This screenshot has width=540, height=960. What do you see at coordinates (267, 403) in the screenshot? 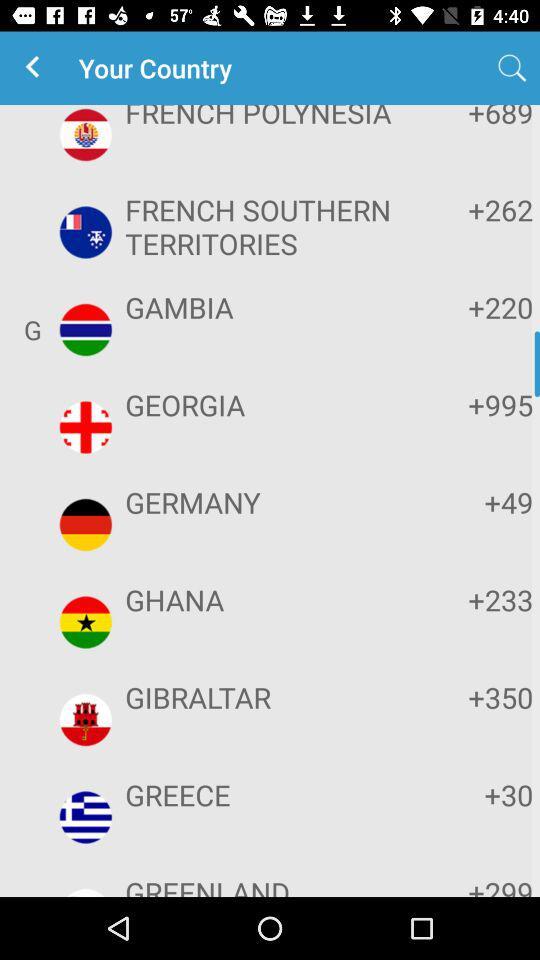
I see `item below gambia` at bounding box center [267, 403].